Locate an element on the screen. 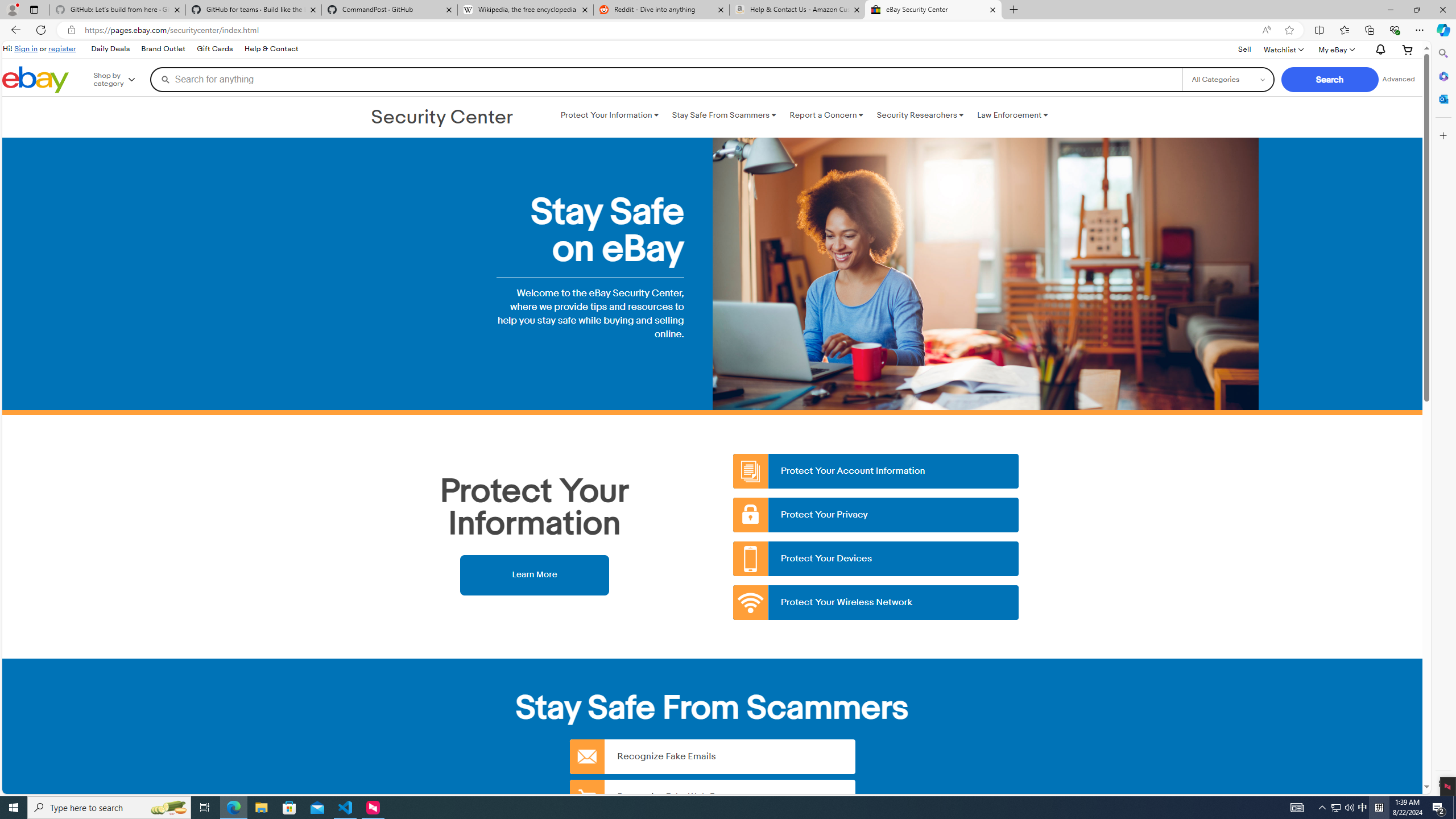 The width and height of the screenshot is (1456, 819). 'Protect Your Wireless Network' is located at coordinates (876, 602).